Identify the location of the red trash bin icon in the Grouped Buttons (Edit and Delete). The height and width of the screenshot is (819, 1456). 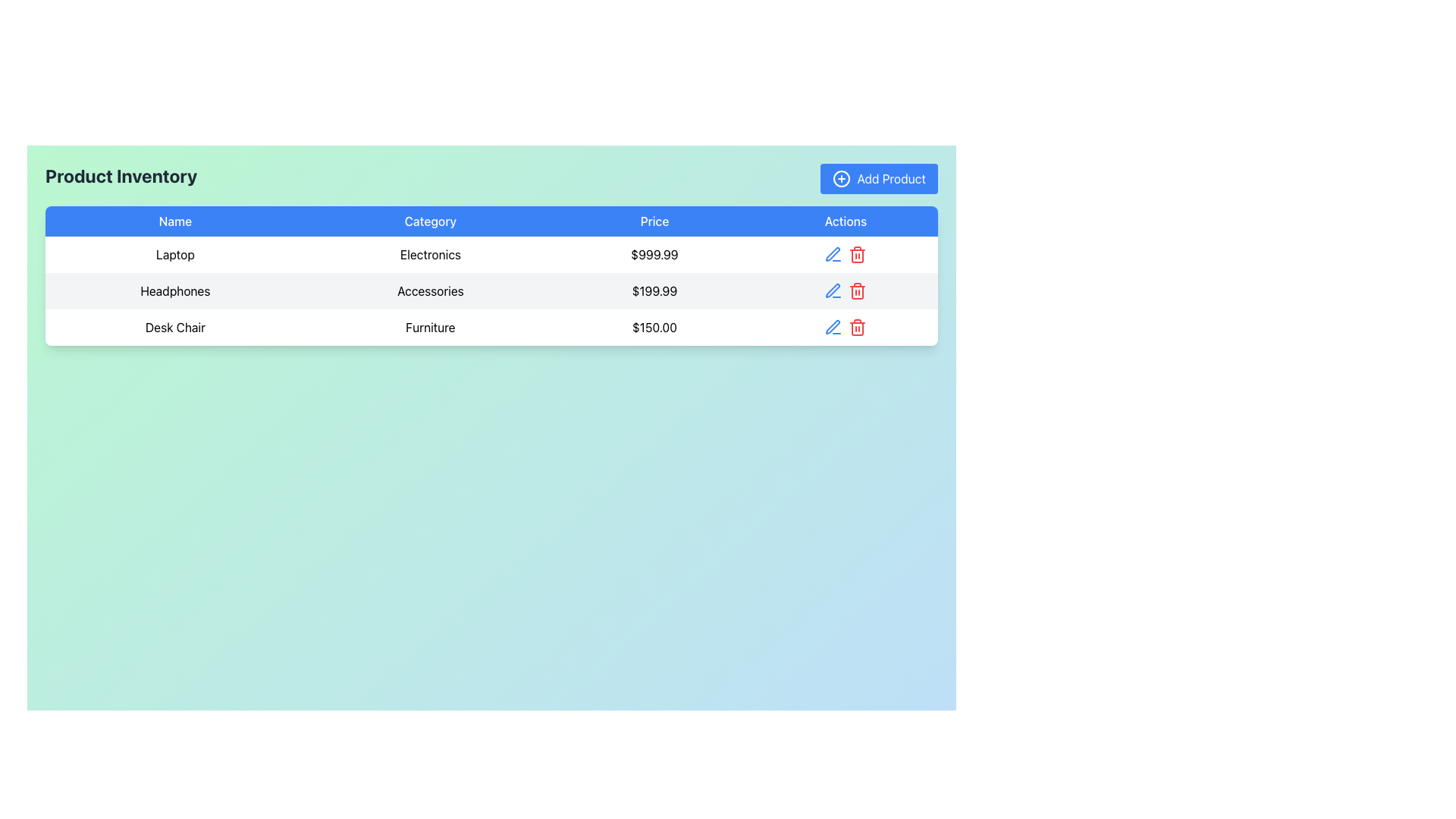
(845, 253).